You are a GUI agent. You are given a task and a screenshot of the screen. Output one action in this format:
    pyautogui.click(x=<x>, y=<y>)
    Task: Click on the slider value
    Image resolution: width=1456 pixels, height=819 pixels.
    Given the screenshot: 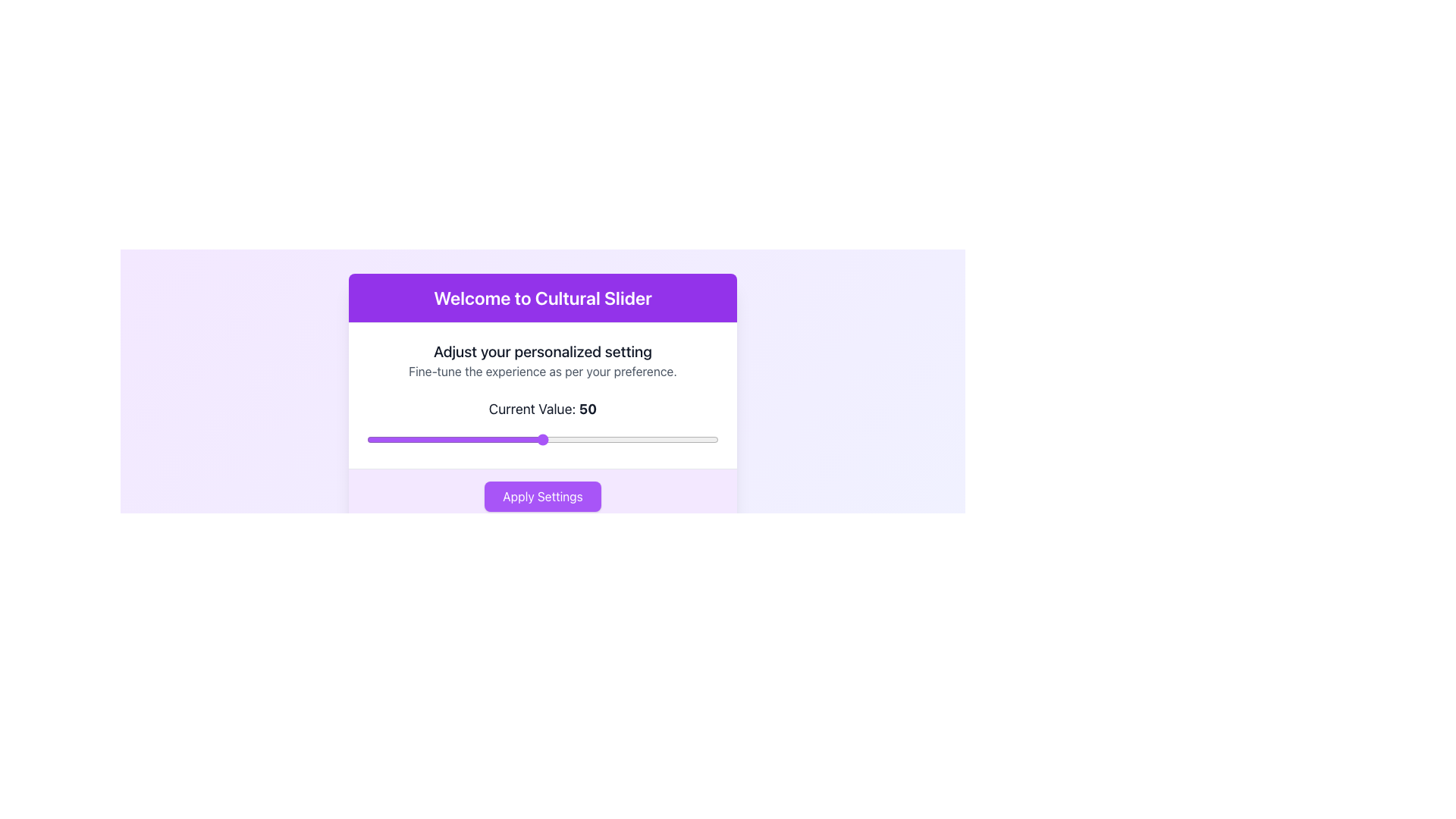 What is the action you would take?
    pyautogui.click(x=669, y=439)
    